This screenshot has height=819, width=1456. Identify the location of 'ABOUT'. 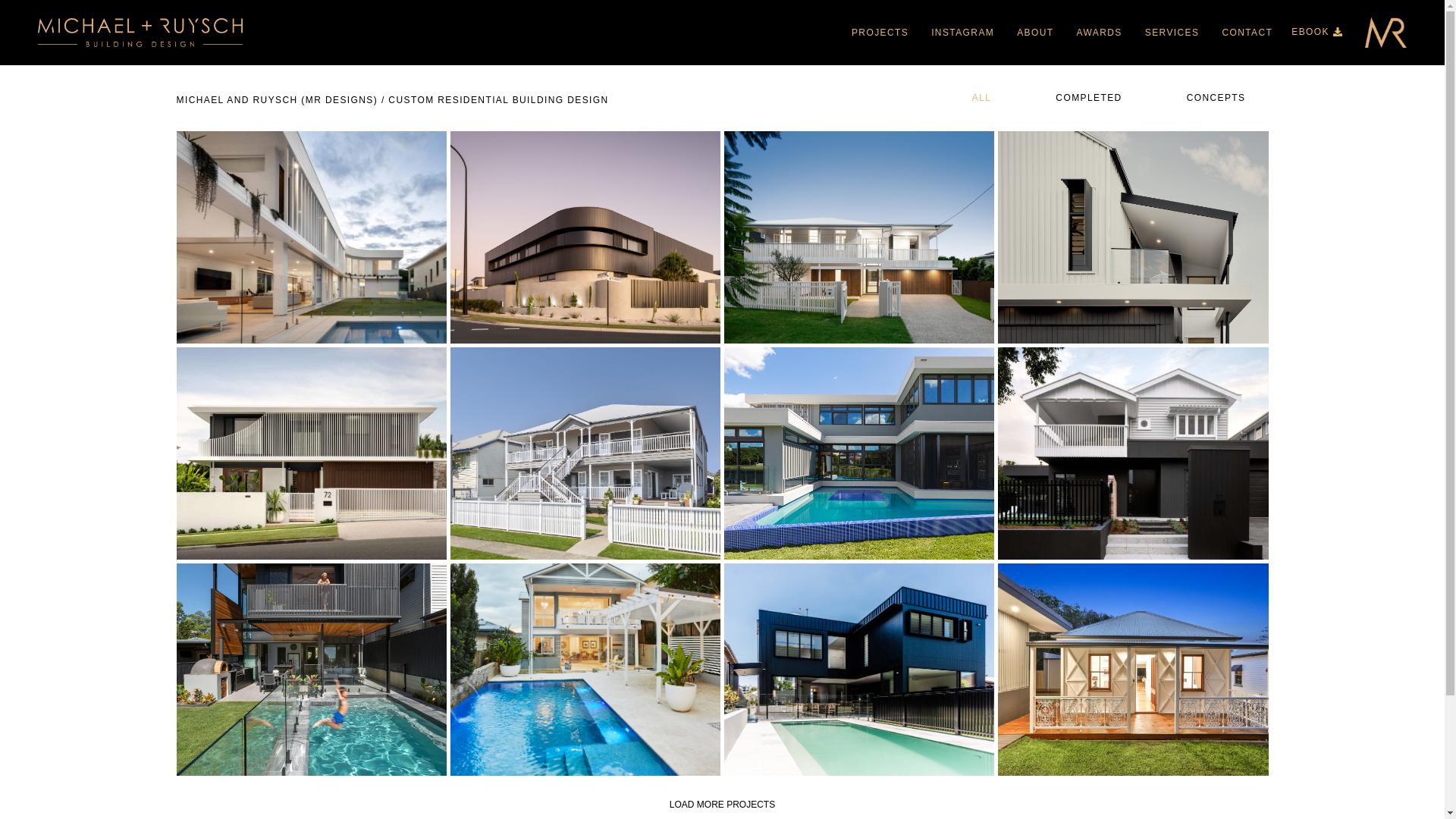
(1034, 32).